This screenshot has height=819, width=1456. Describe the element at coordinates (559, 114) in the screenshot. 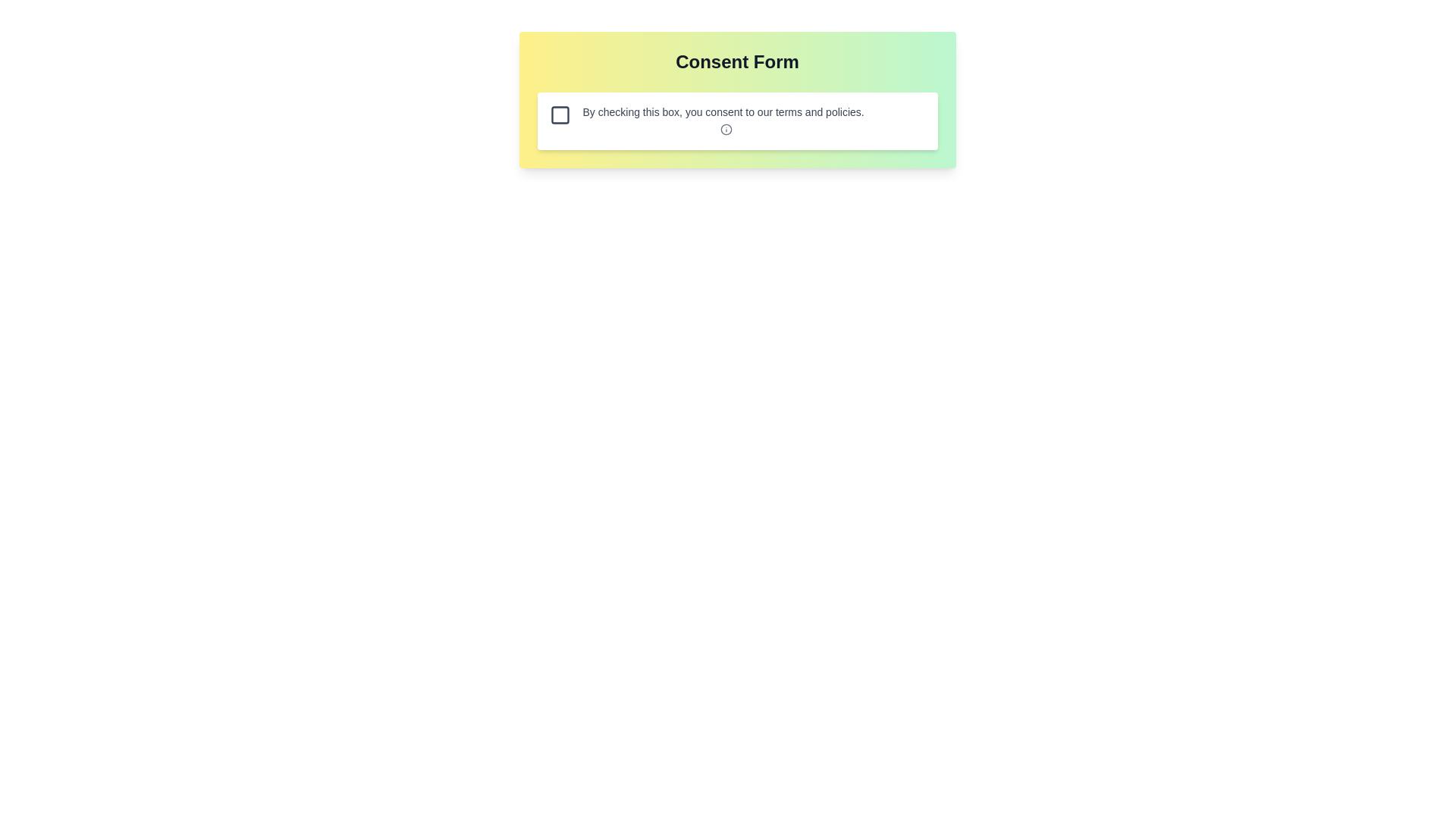

I see `the small square checkbox icon located at the beginning of the row in the form component` at that location.